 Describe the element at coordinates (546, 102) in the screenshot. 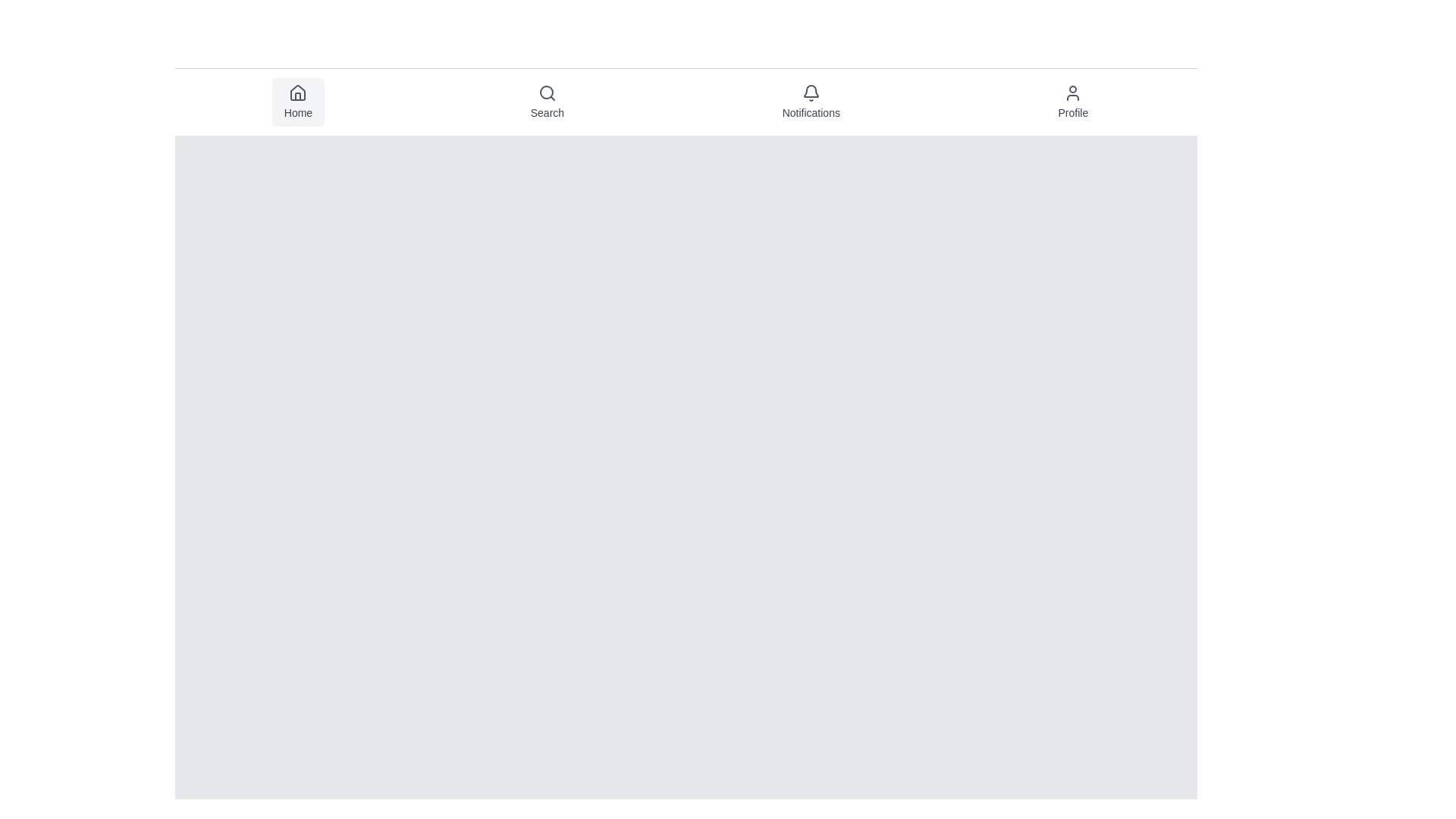

I see `the 'Search' button, which features a magnifying glass icon and is located between the 'Home' and 'Notifications' buttons in a horizontal layout at the top center of the interface` at that location.